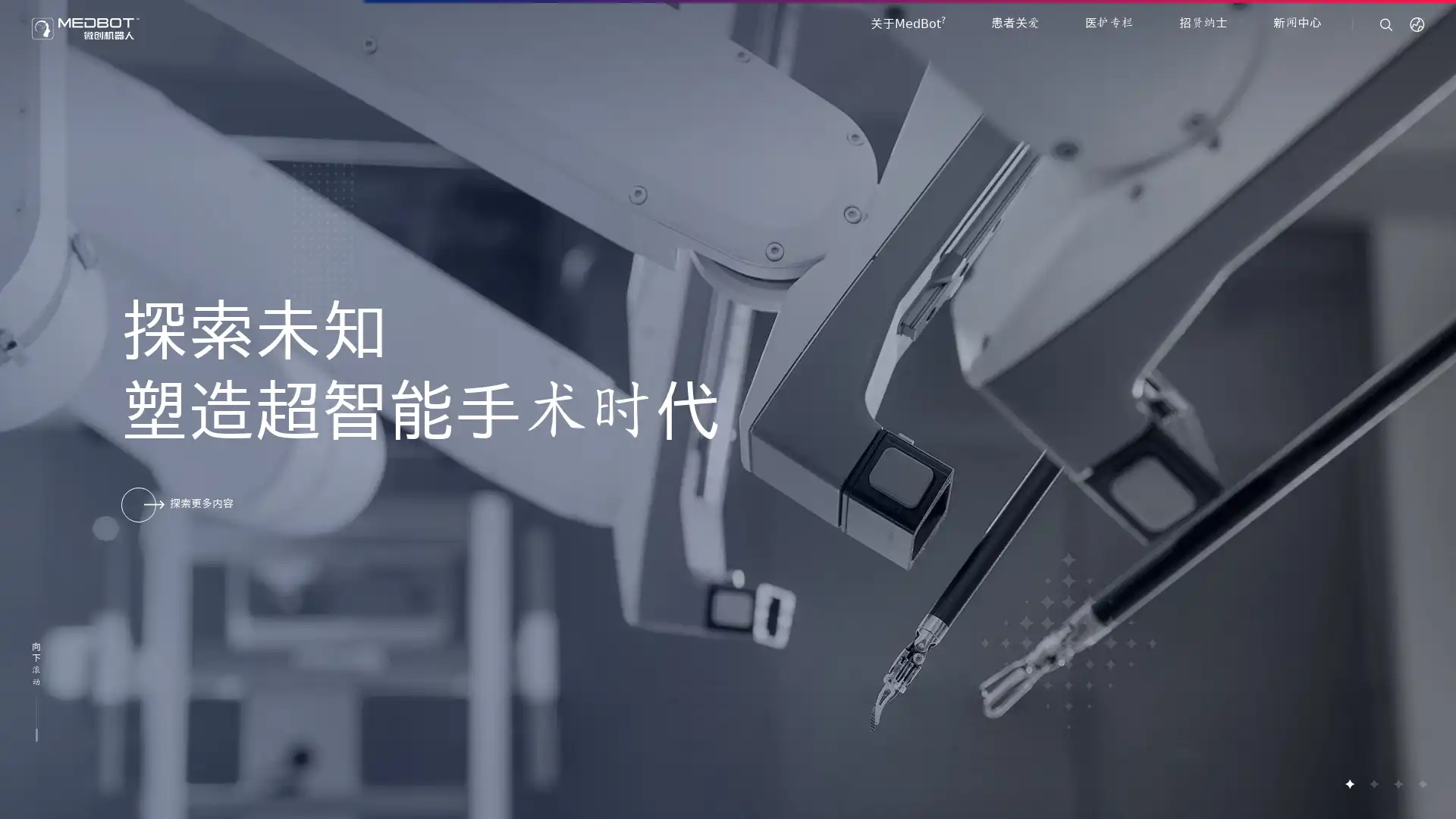 The width and height of the screenshot is (1456, 819). I want to click on Go to slide 1, so click(1349, 783).